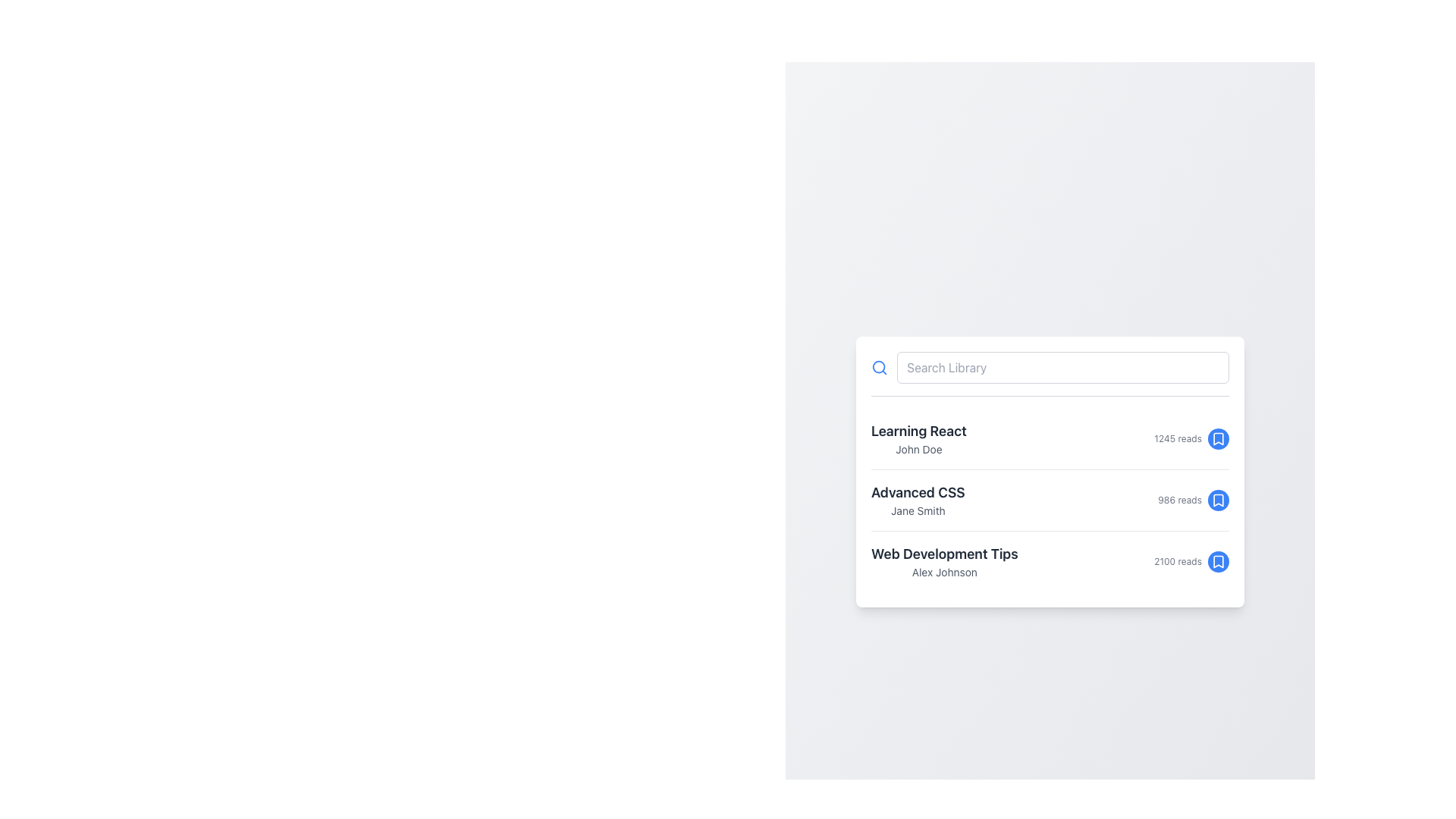  What do you see at coordinates (1219, 500) in the screenshot?
I see `the second bookmark icon with a blue circular background` at bounding box center [1219, 500].